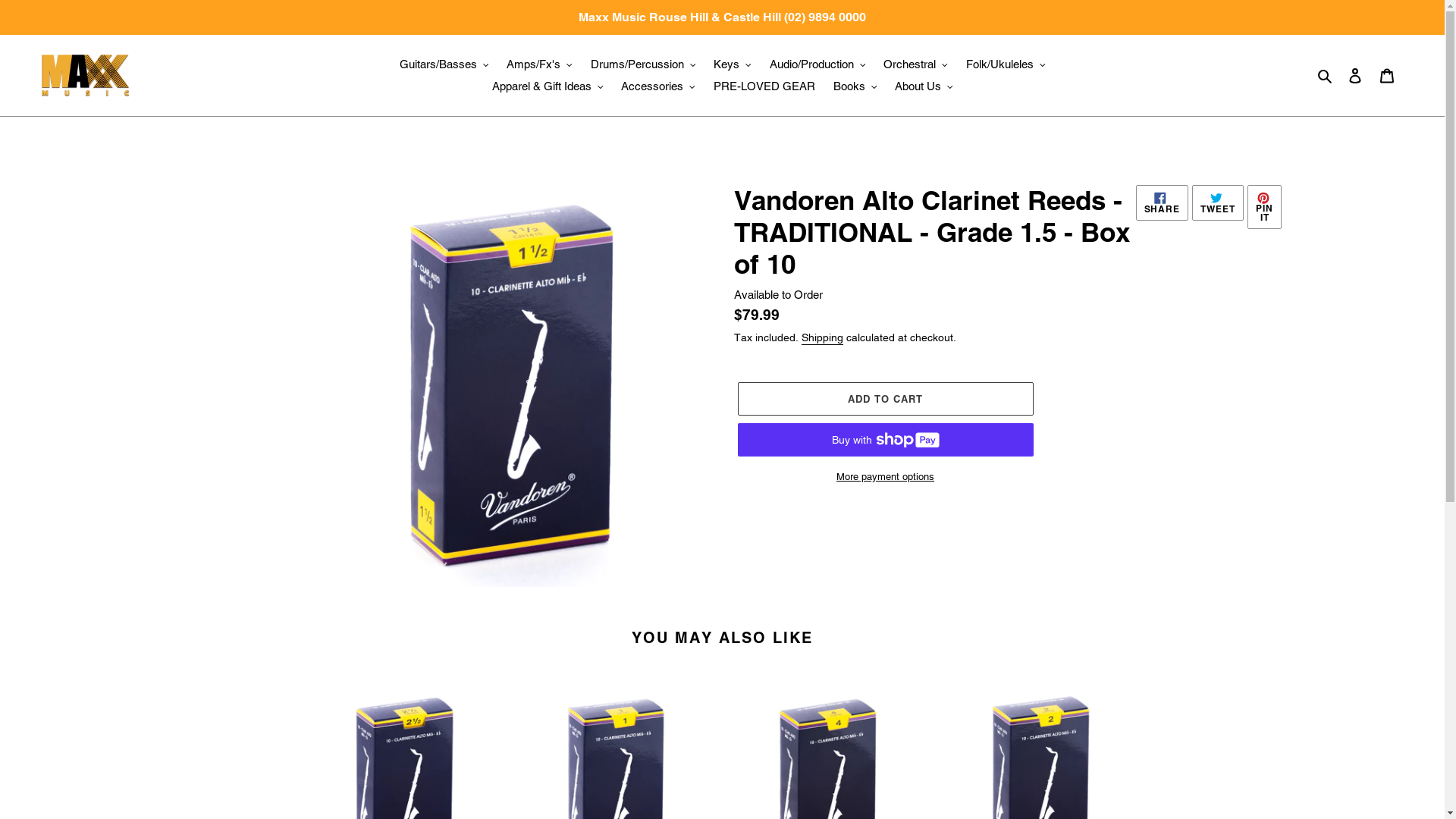 This screenshot has height=819, width=1456. I want to click on 'PRE-LOVED GEAR', so click(704, 86).